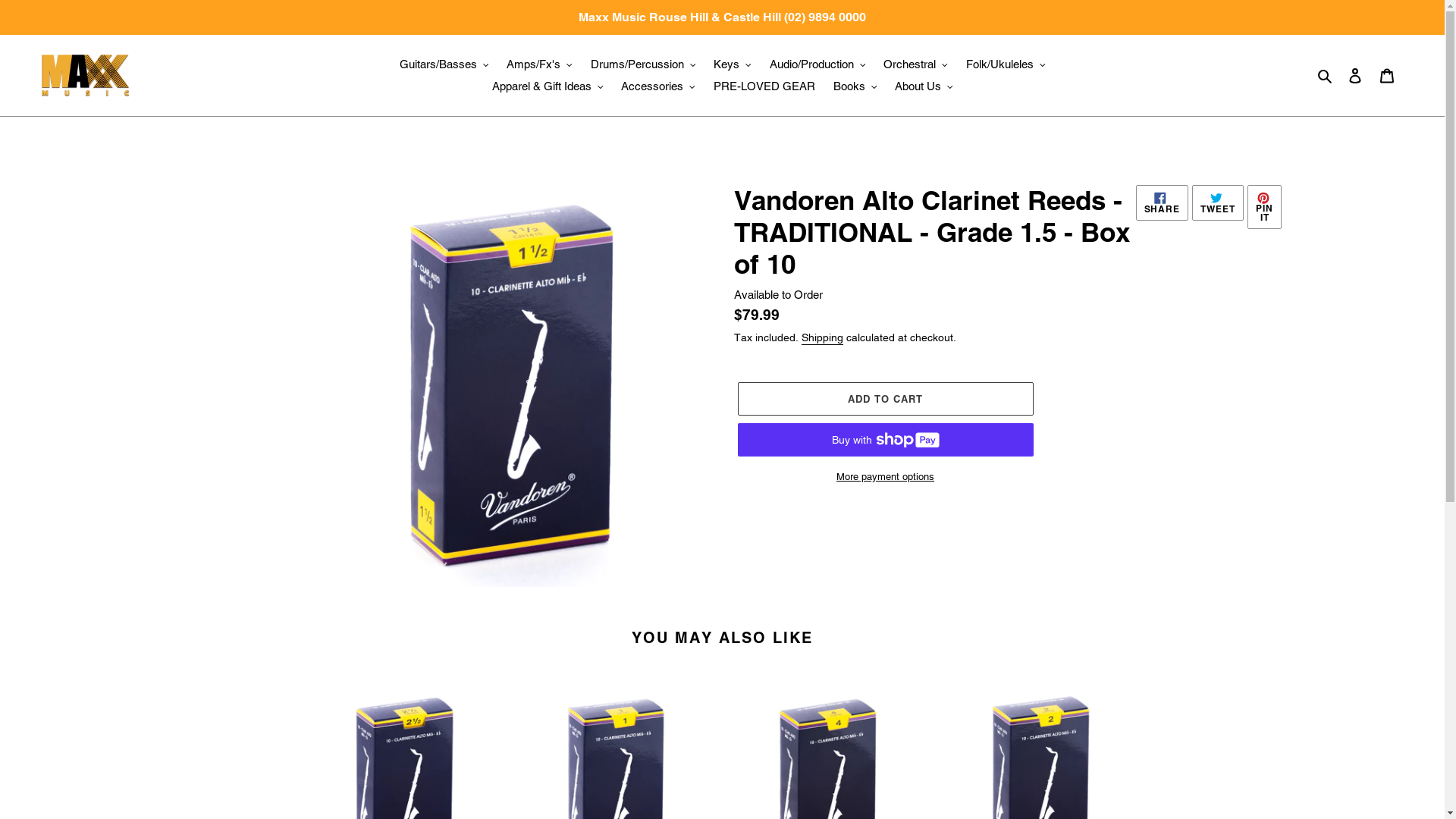 This screenshot has height=819, width=1456. I want to click on 'PRE-LOVED GEAR', so click(704, 86).